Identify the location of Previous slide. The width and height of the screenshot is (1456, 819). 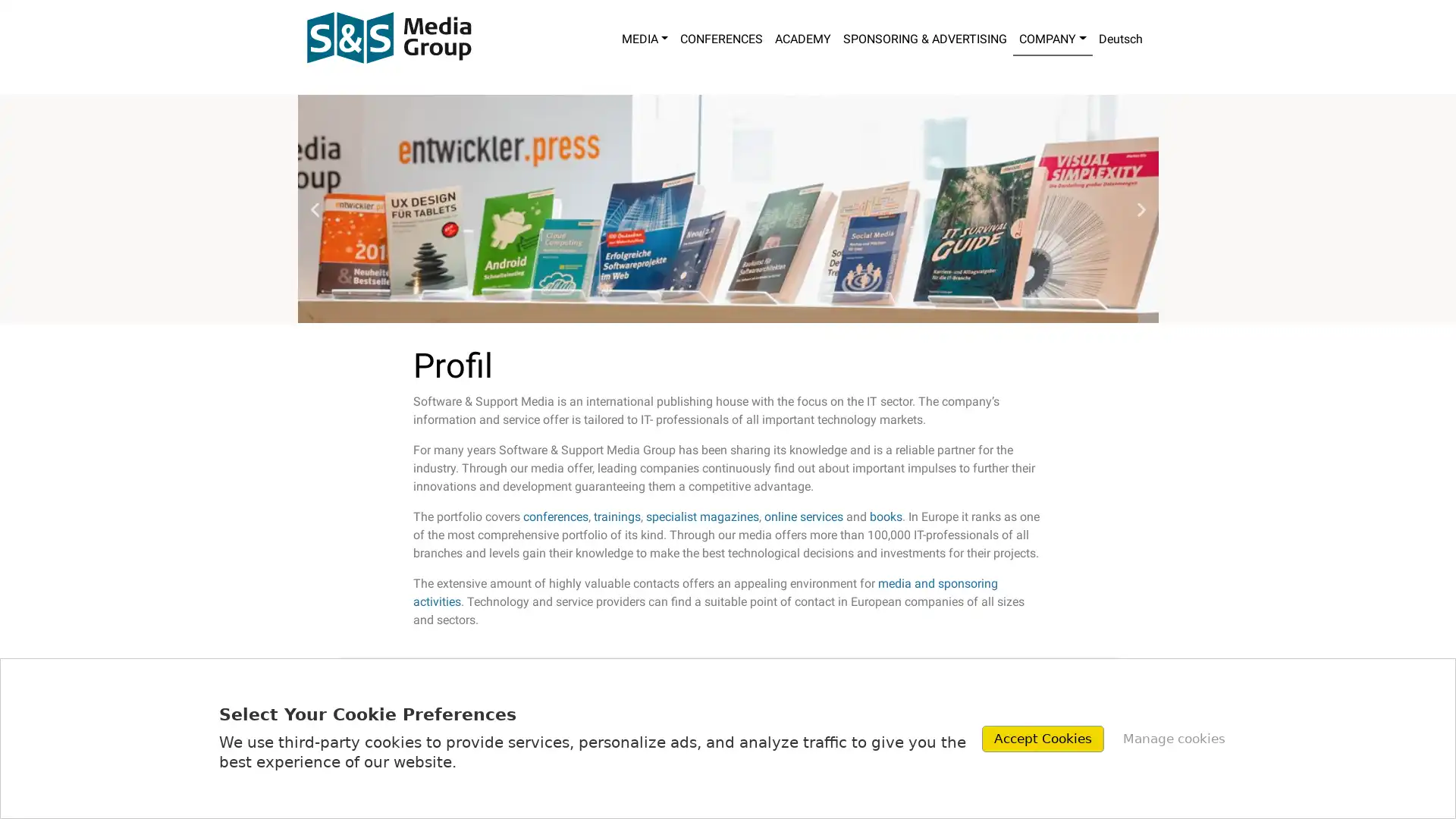
(313, 209).